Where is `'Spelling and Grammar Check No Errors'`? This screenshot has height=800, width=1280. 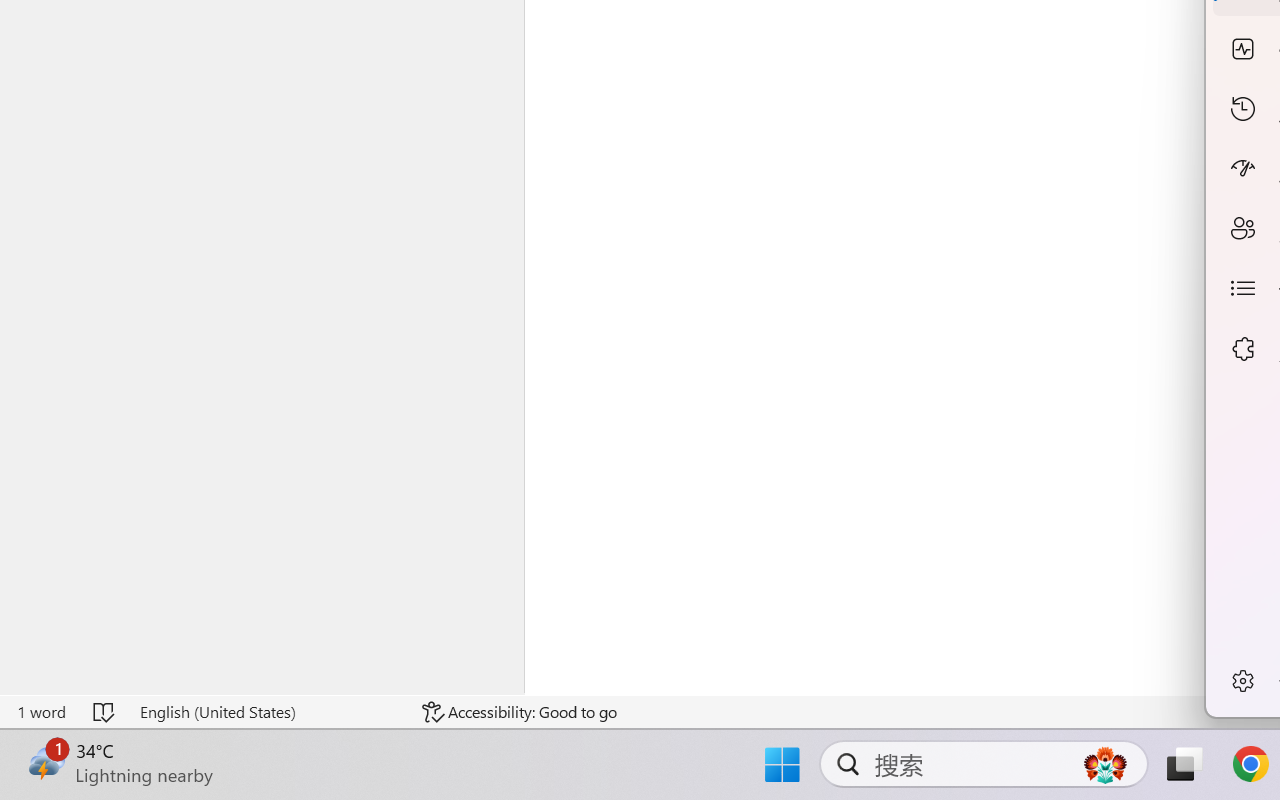
'Spelling and Grammar Check No Errors' is located at coordinates (104, 711).